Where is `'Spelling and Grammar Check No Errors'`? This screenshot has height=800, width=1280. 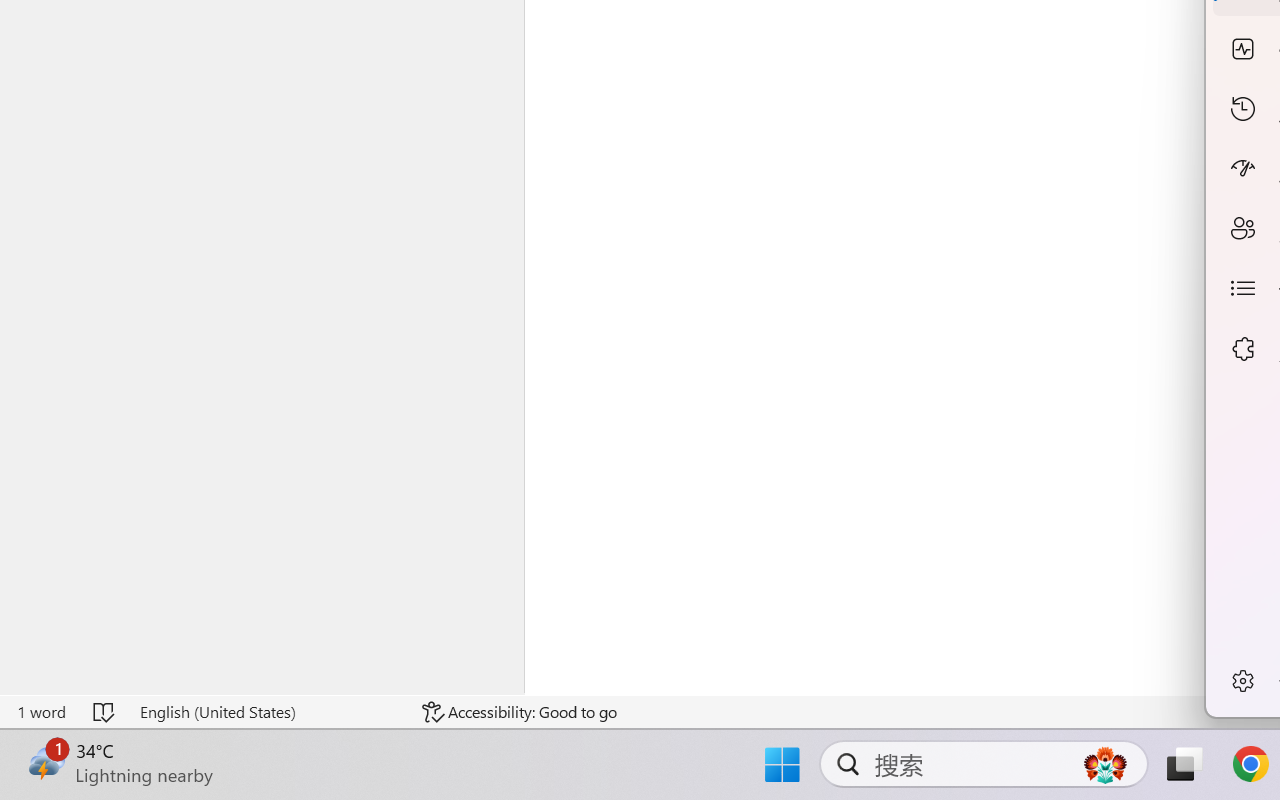
'Spelling and Grammar Check No Errors' is located at coordinates (104, 711).